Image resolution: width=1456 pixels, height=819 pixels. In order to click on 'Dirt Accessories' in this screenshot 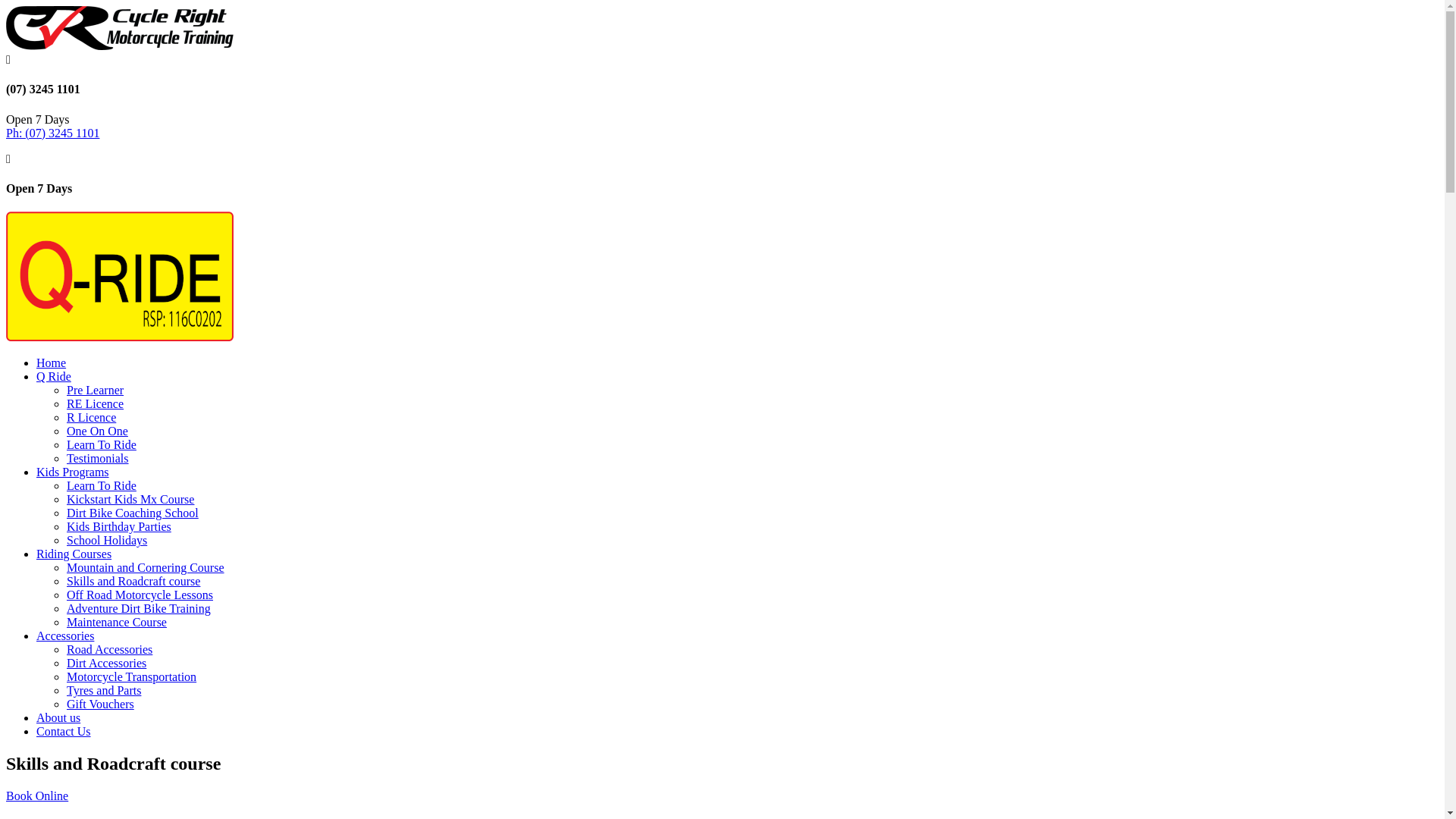, I will do `click(105, 662)`.